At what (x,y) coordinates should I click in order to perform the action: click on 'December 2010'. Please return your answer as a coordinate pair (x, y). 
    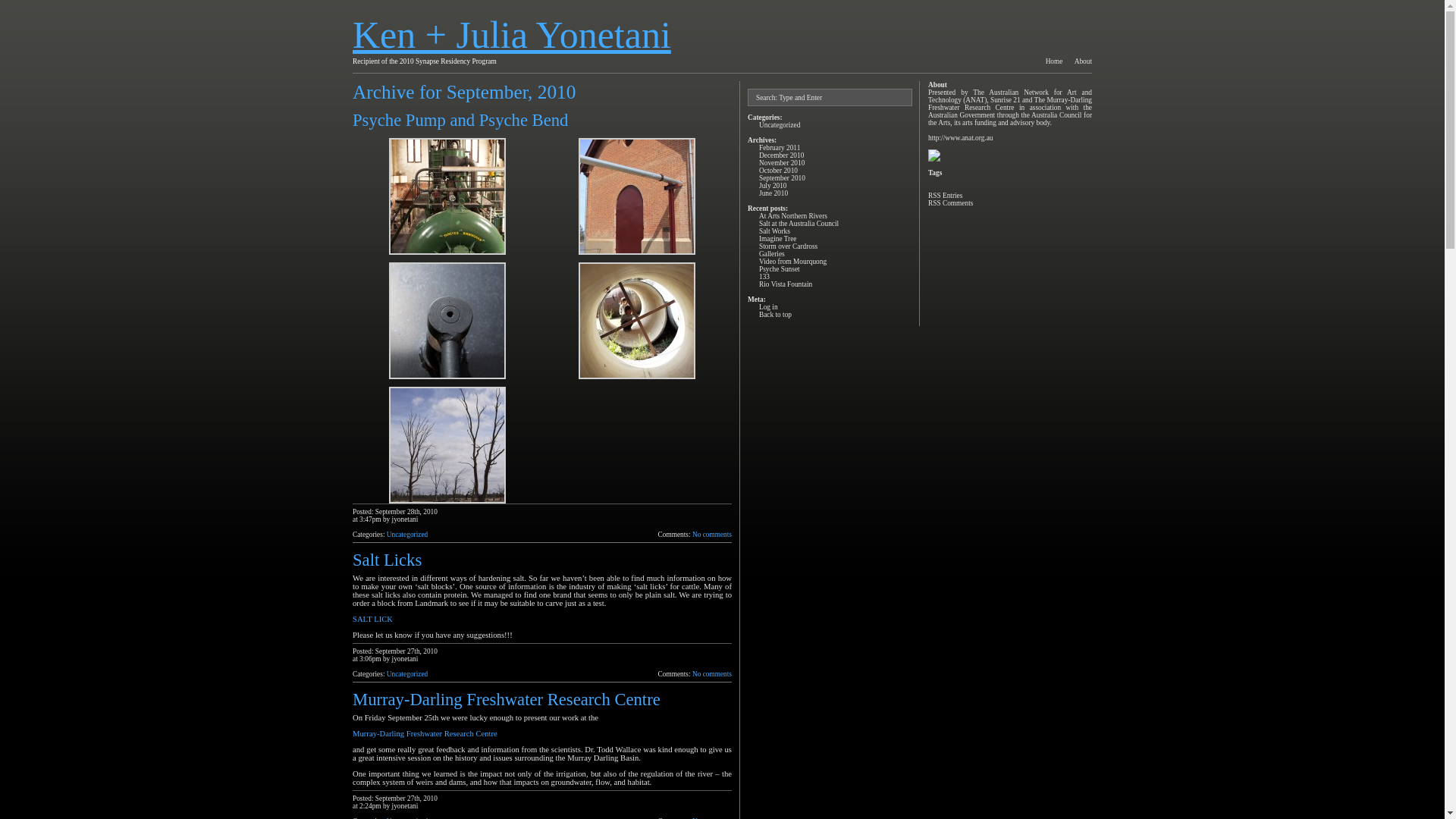
    Looking at the image, I should click on (781, 155).